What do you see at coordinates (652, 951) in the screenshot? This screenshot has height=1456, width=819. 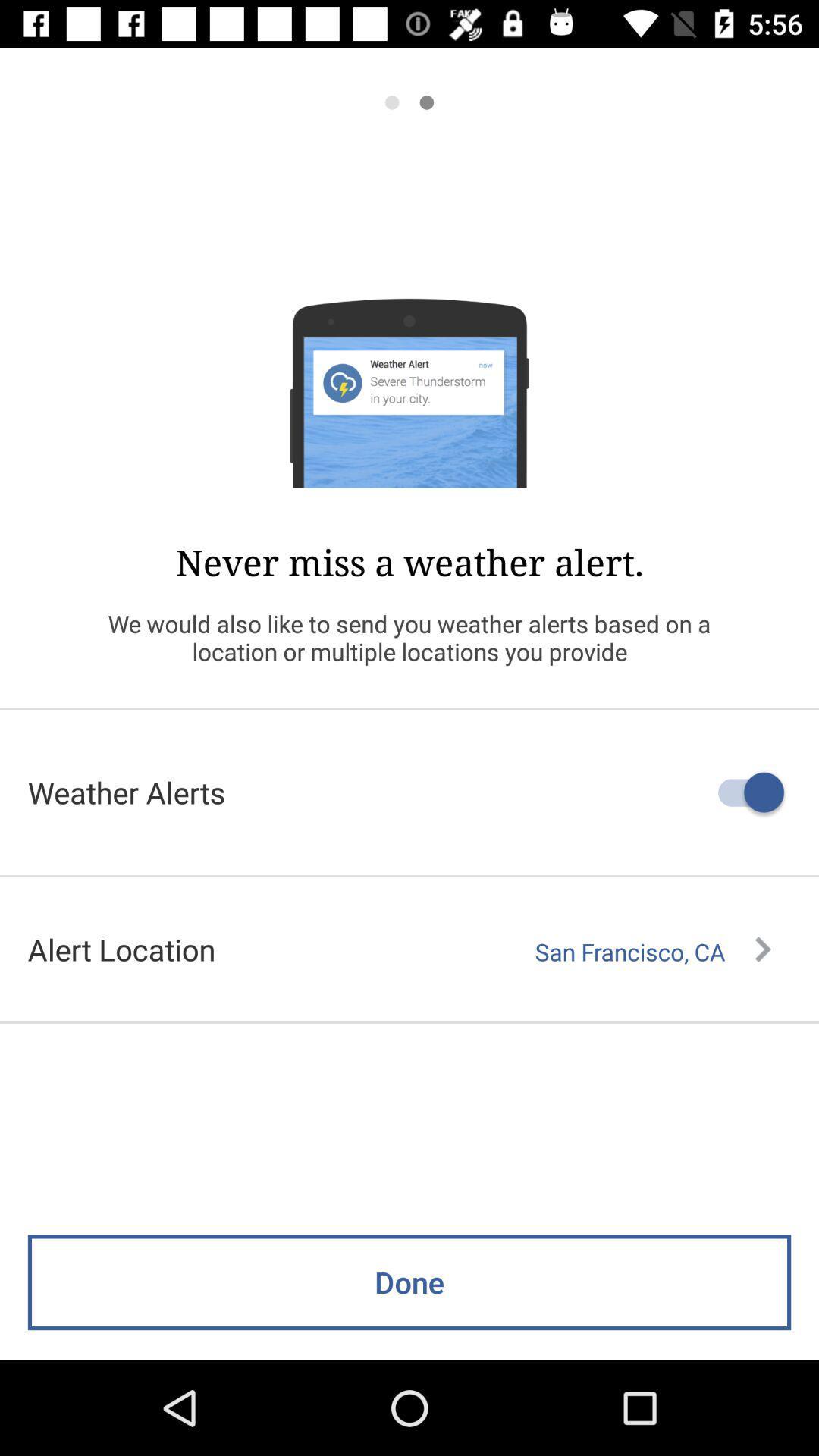 I see `item to the right of the alert location icon` at bounding box center [652, 951].